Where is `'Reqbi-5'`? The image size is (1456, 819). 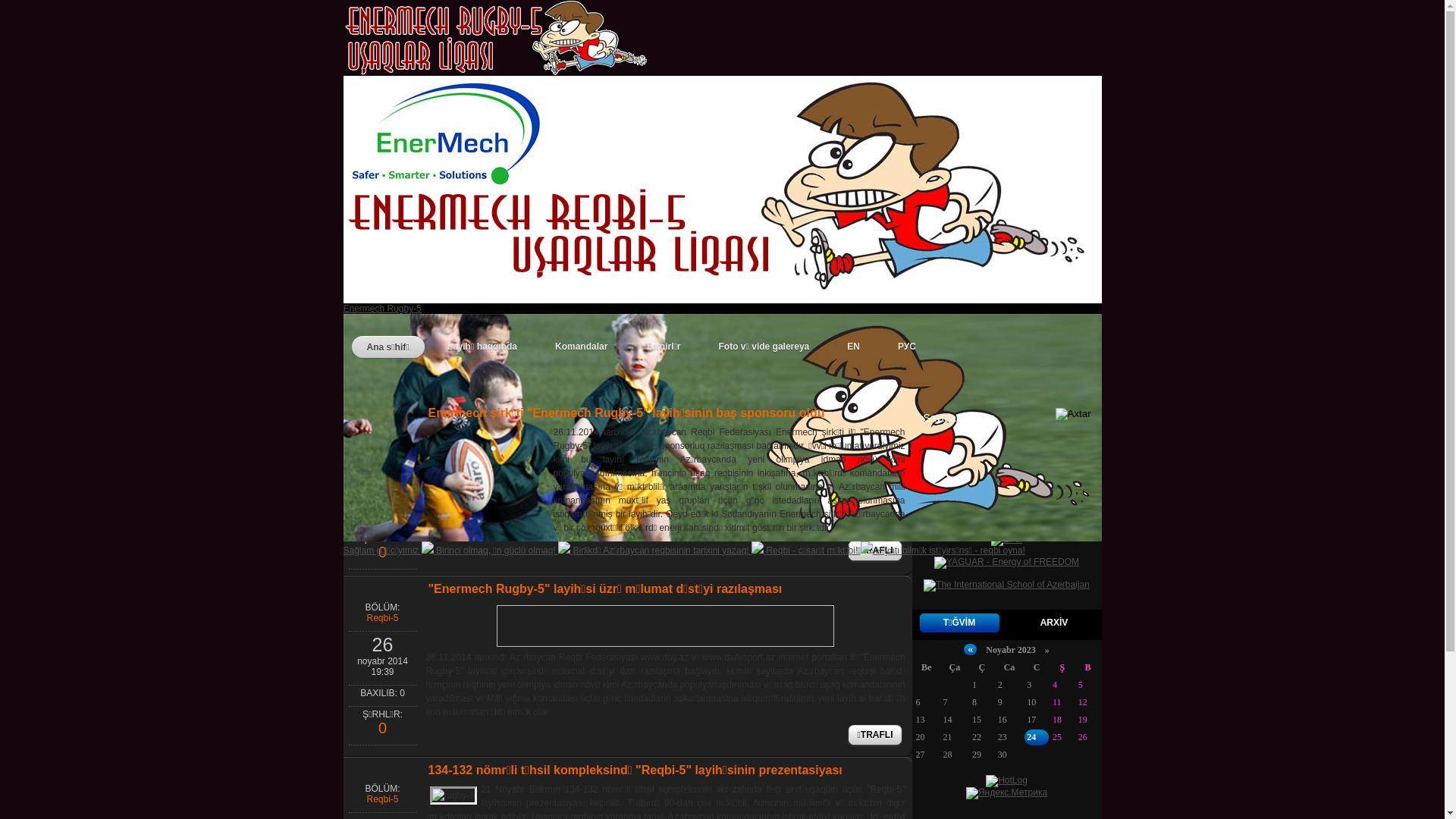
'Reqbi-5' is located at coordinates (382, 617).